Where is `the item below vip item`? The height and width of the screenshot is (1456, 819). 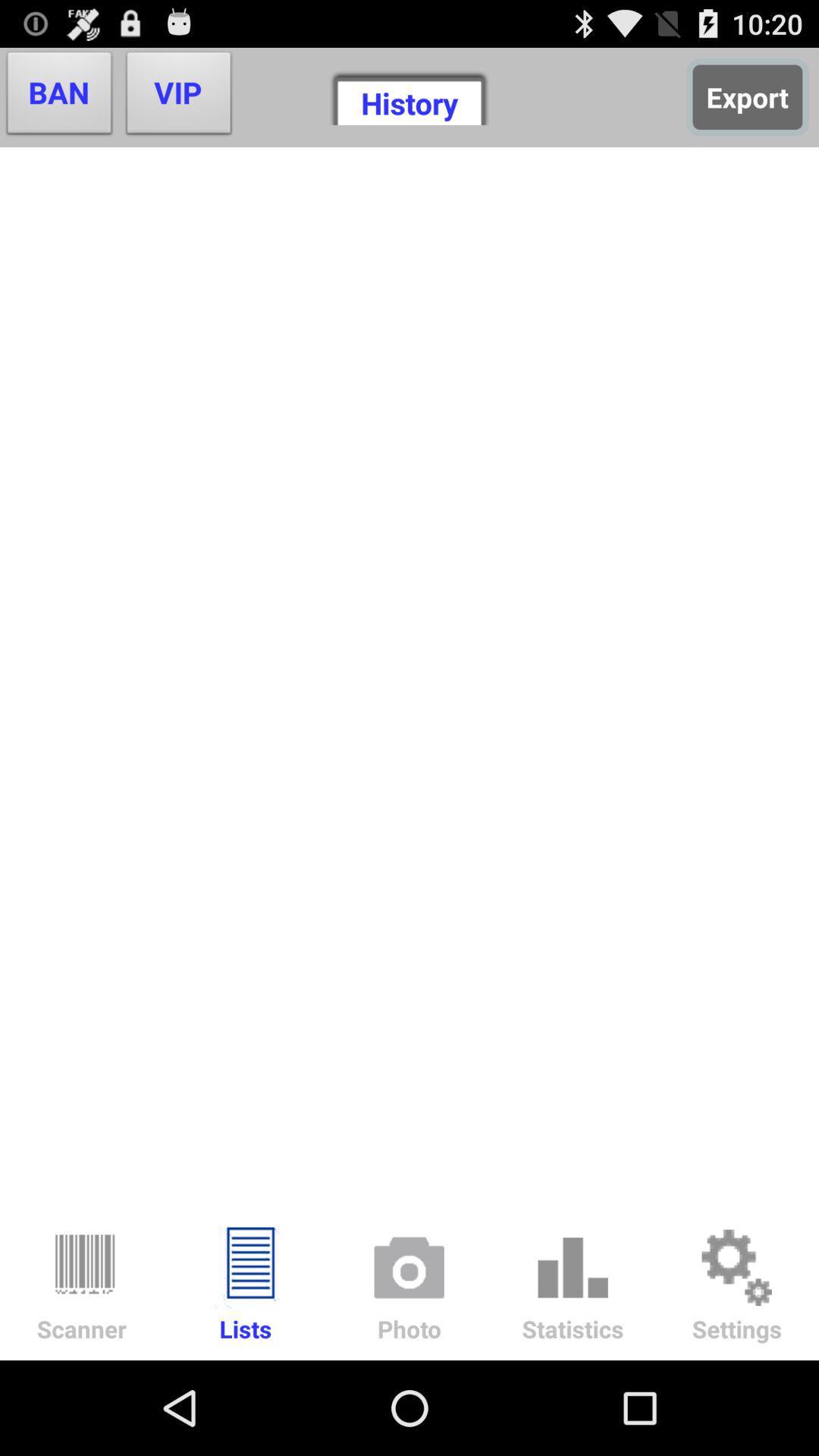
the item below vip item is located at coordinates (409, 676).